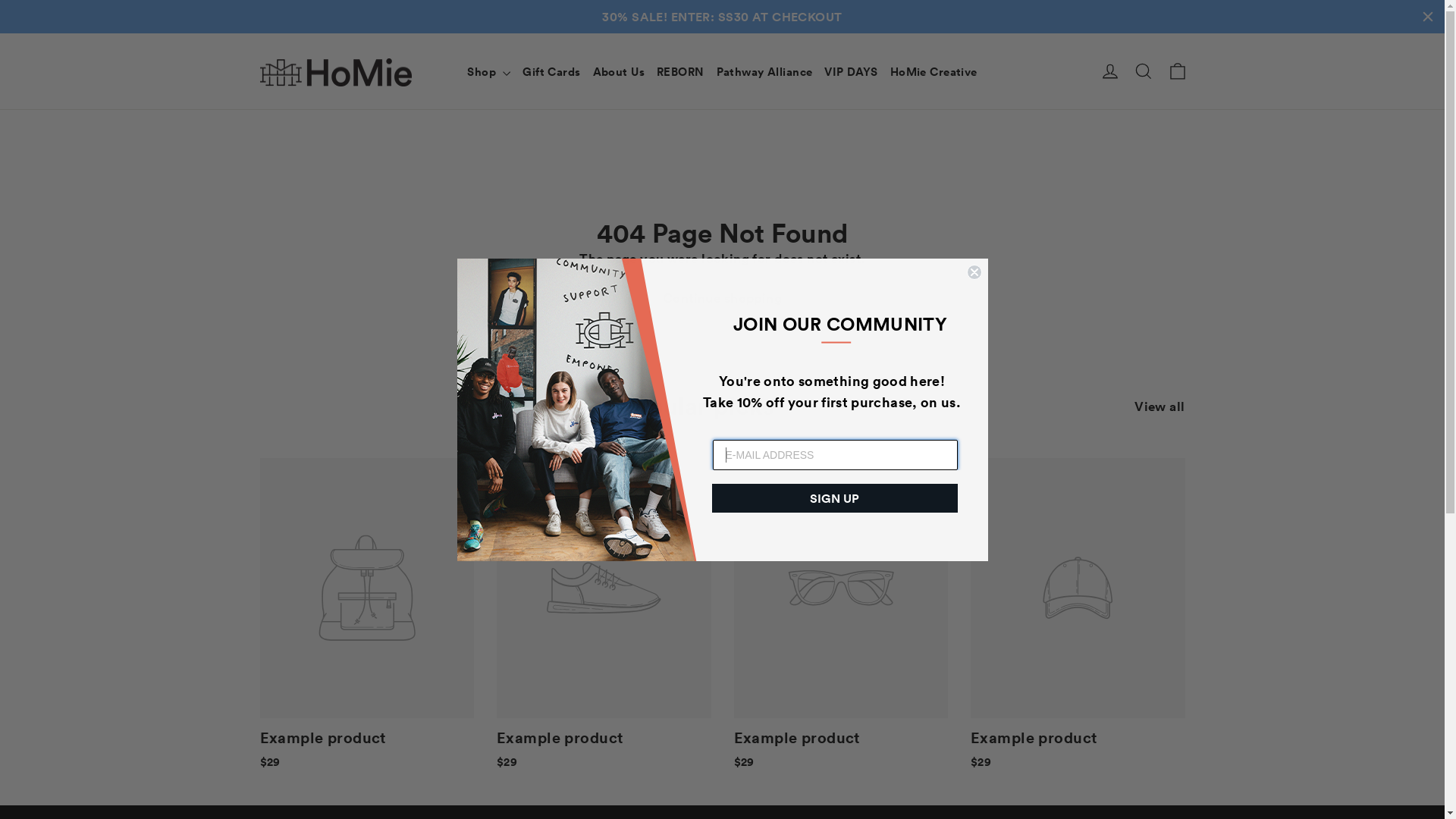  What do you see at coordinates (764, 37) in the screenshot?
I see `'Pathway Alliance'` at bounding box center [764, 37].